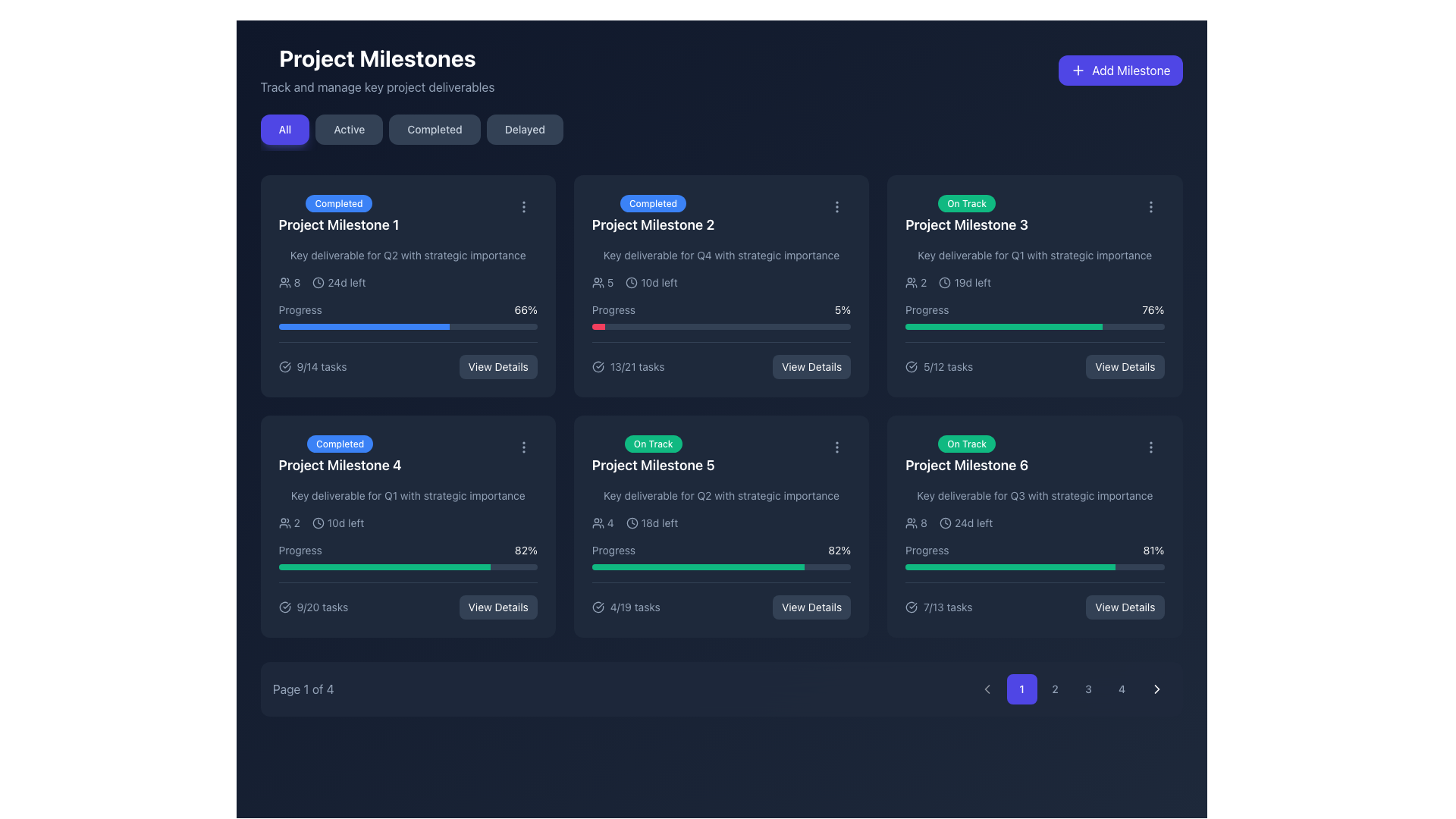  I want to click on the previous page navigation button located in the bottom-middle section of the interface, so click(987, 689).